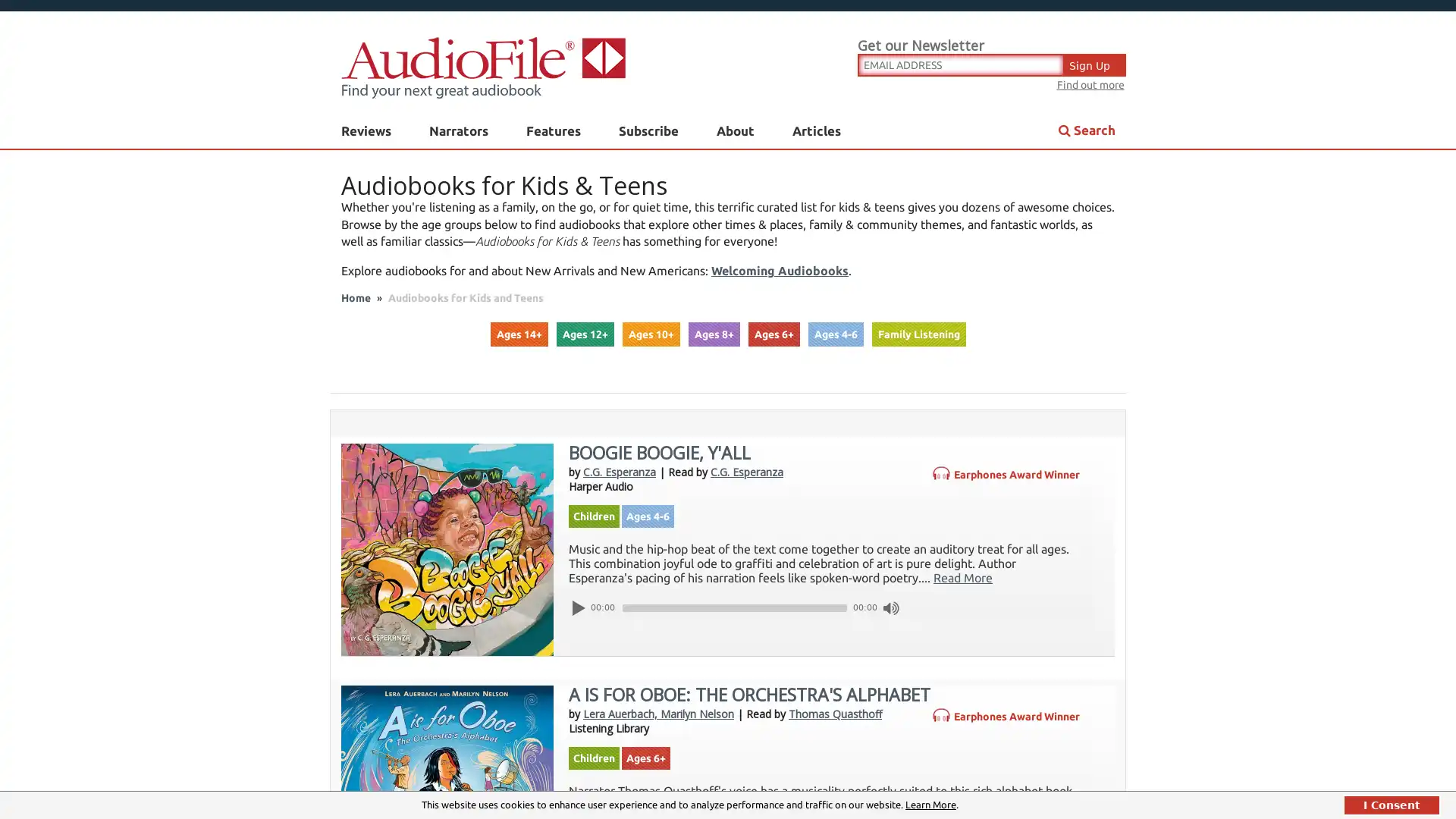  Describe the element at coordinates (880, 333) in the screenshot. I see `Submit` at that location.